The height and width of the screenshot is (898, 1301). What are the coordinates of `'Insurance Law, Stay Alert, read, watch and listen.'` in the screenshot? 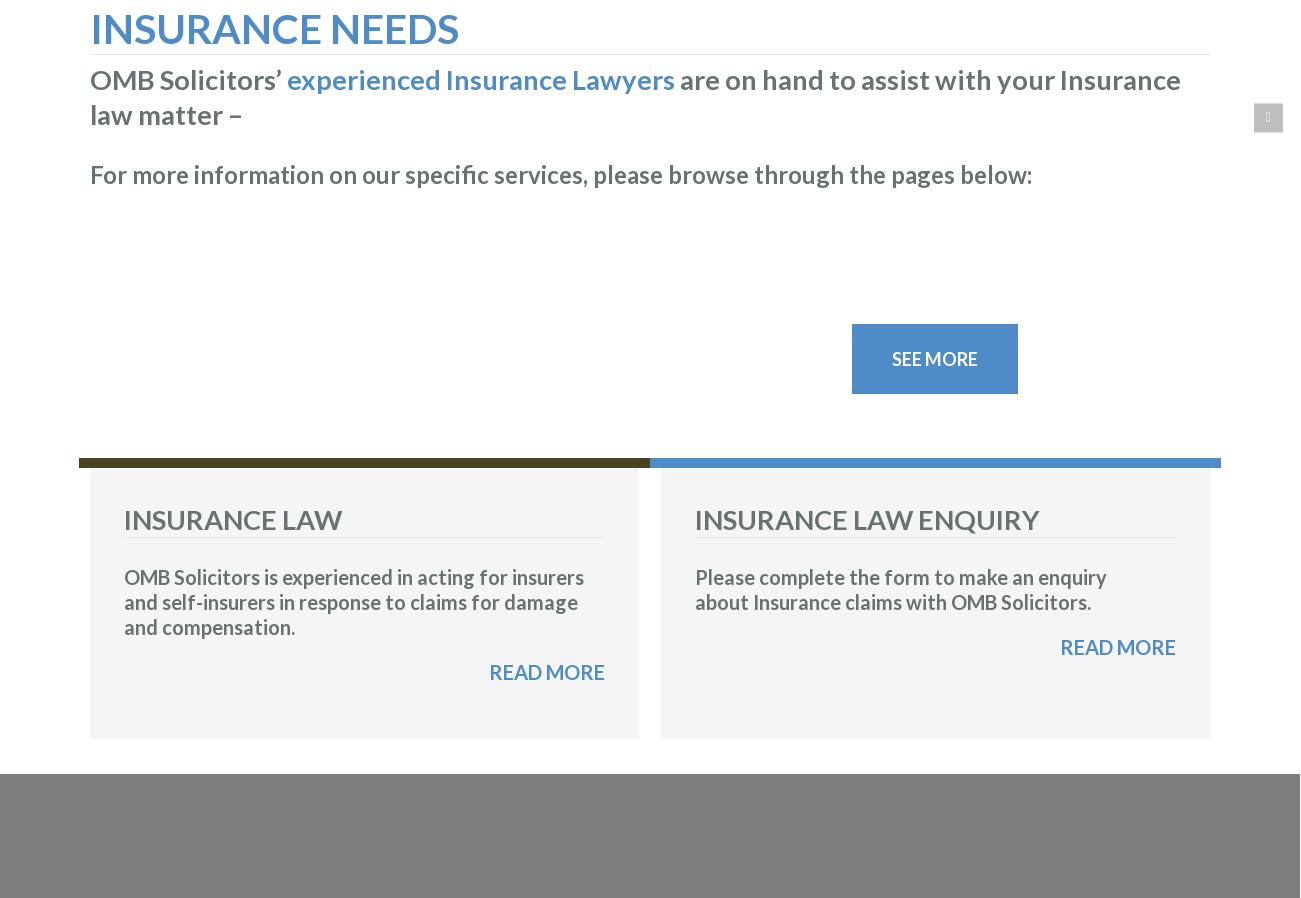 It's located at (118, 357).